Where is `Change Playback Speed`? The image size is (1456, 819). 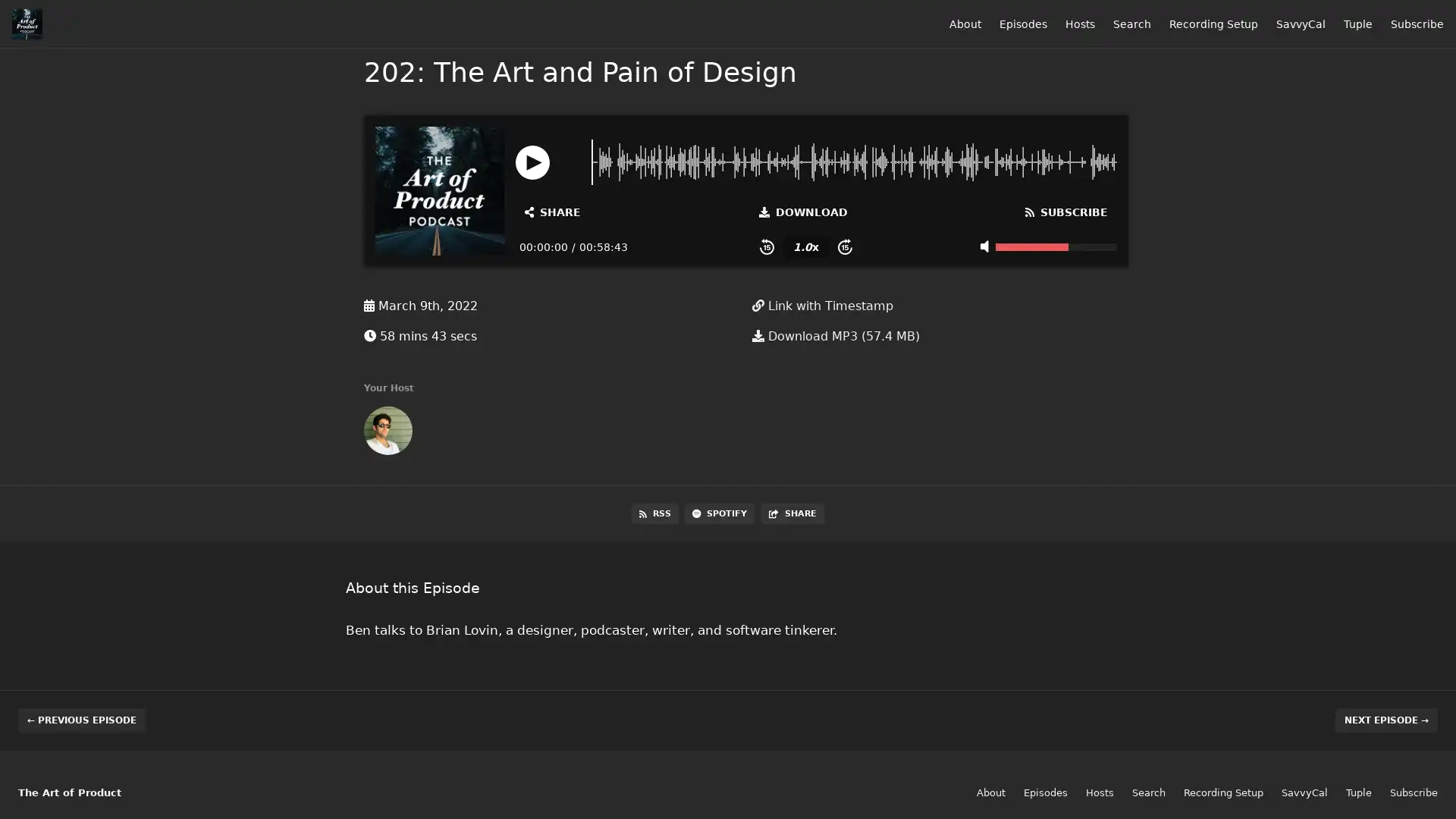
Change Playback Speed is located at coordinates (805, 245).